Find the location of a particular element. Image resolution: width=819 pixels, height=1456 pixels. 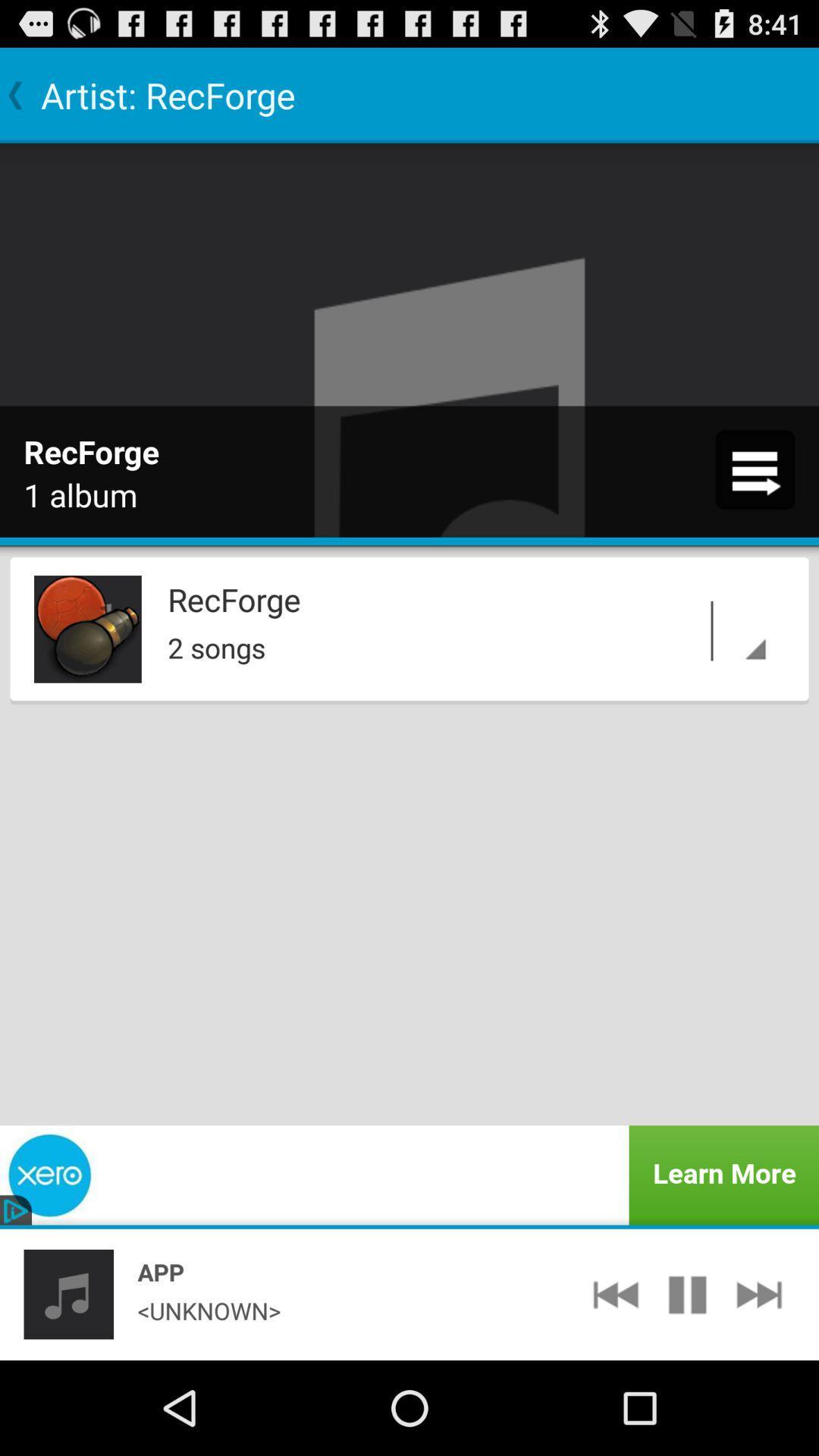

the icon next to <unknown> is located at coordinates (616, 1294).